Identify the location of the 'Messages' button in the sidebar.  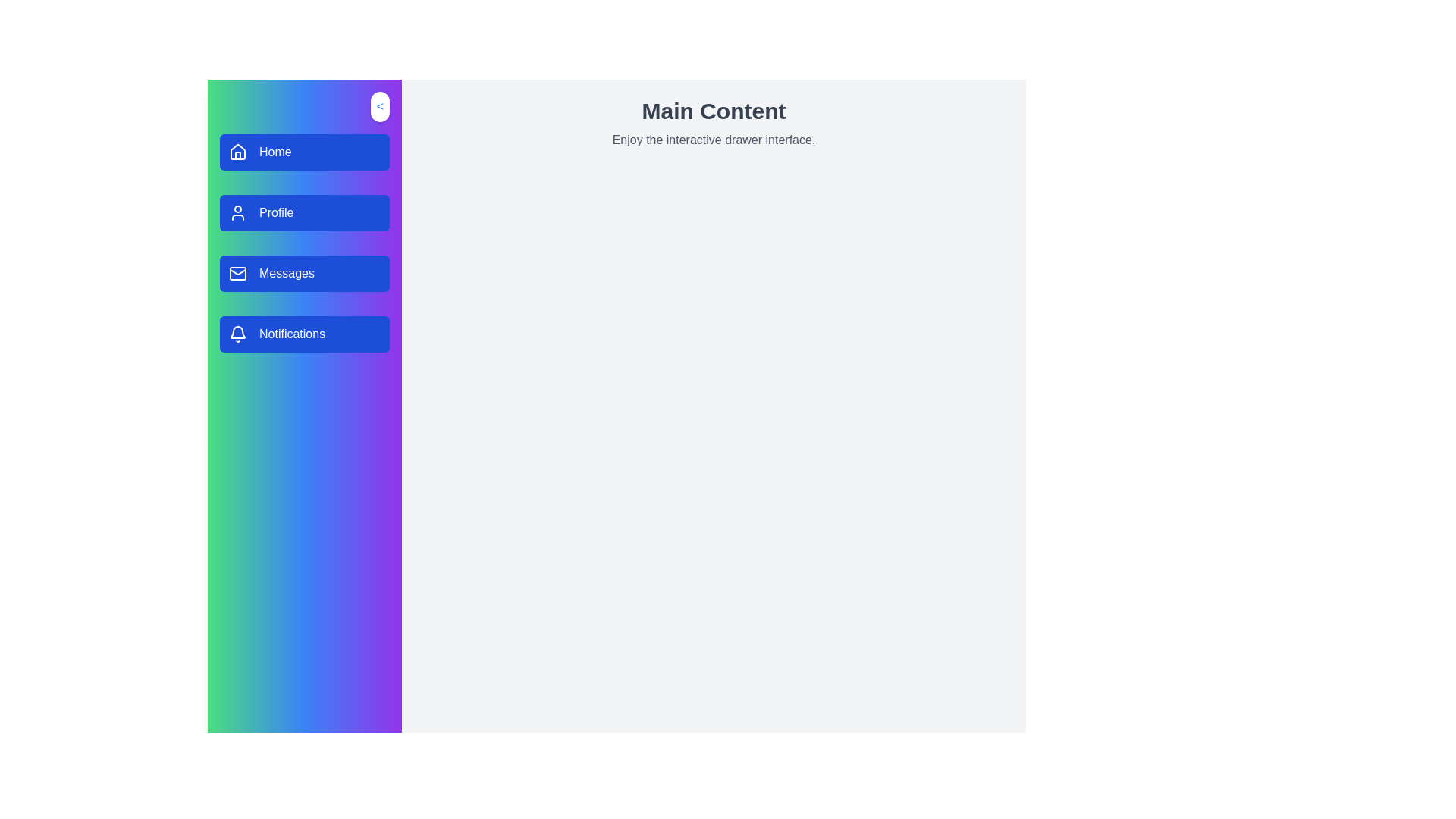
(237, 274).